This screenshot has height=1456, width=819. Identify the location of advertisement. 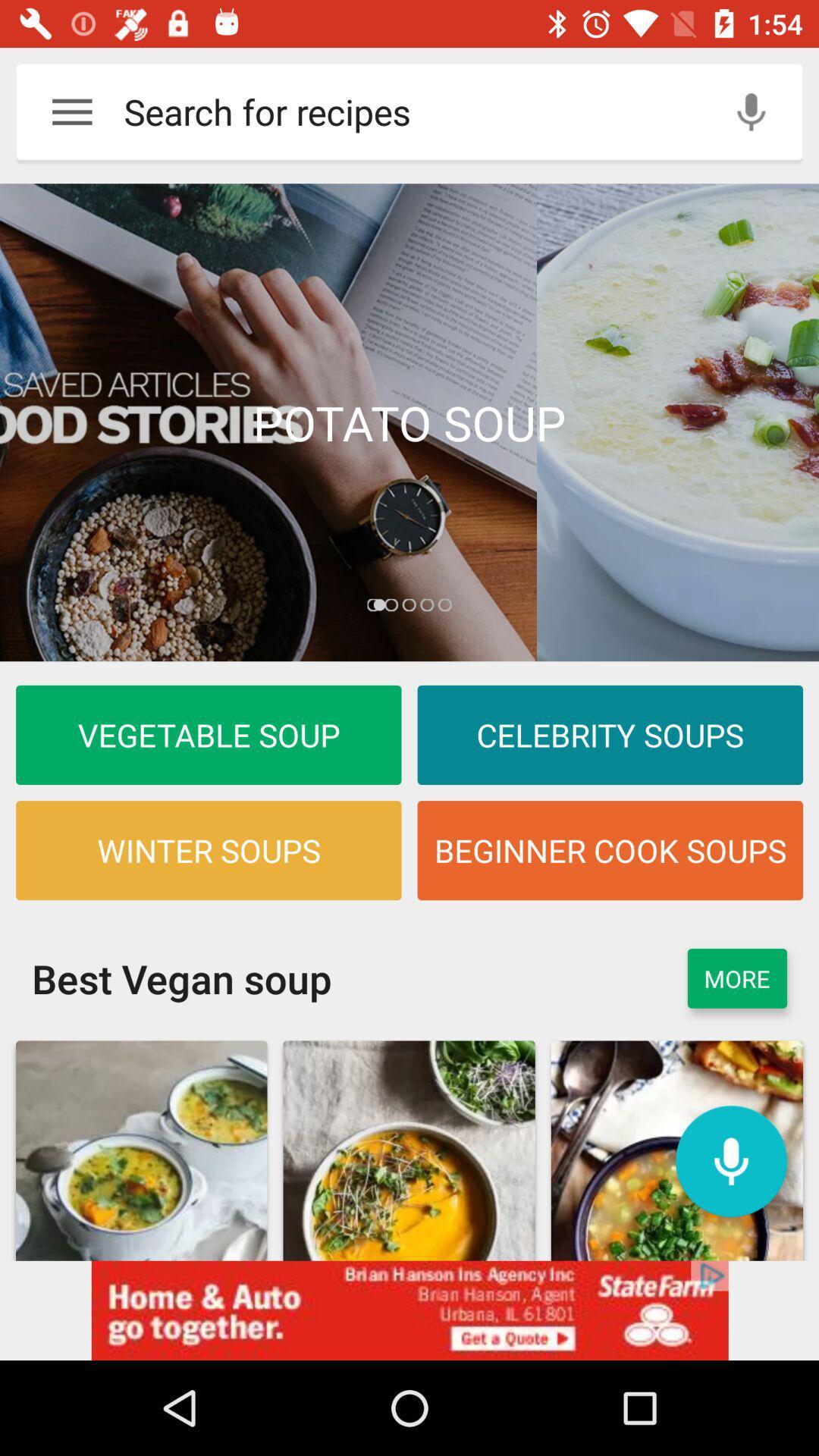
(409, 1310).